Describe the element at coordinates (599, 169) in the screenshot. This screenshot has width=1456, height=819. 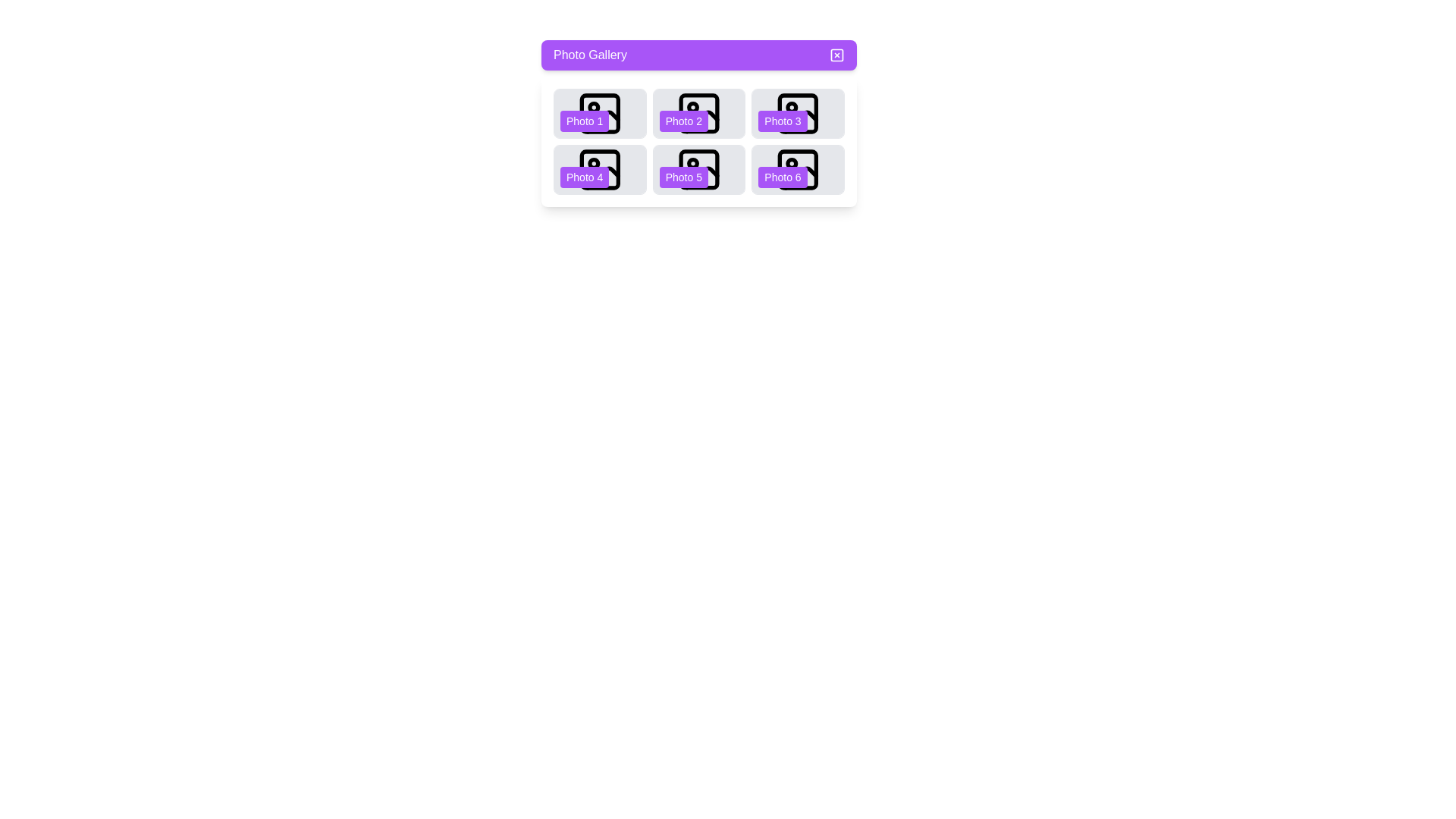
I see `the photo labeled with the number 4` at that location.